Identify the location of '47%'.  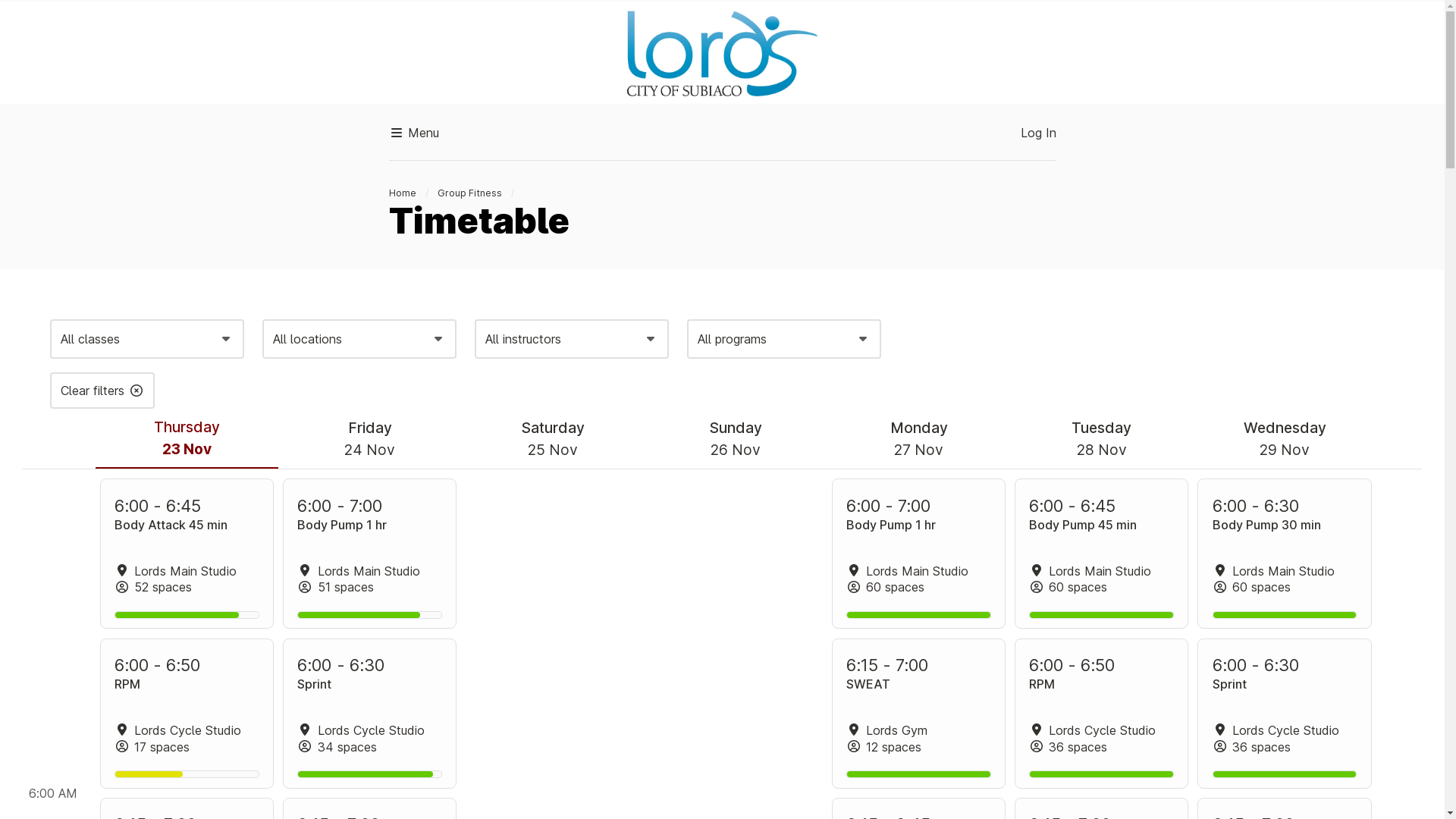
(186, 774).